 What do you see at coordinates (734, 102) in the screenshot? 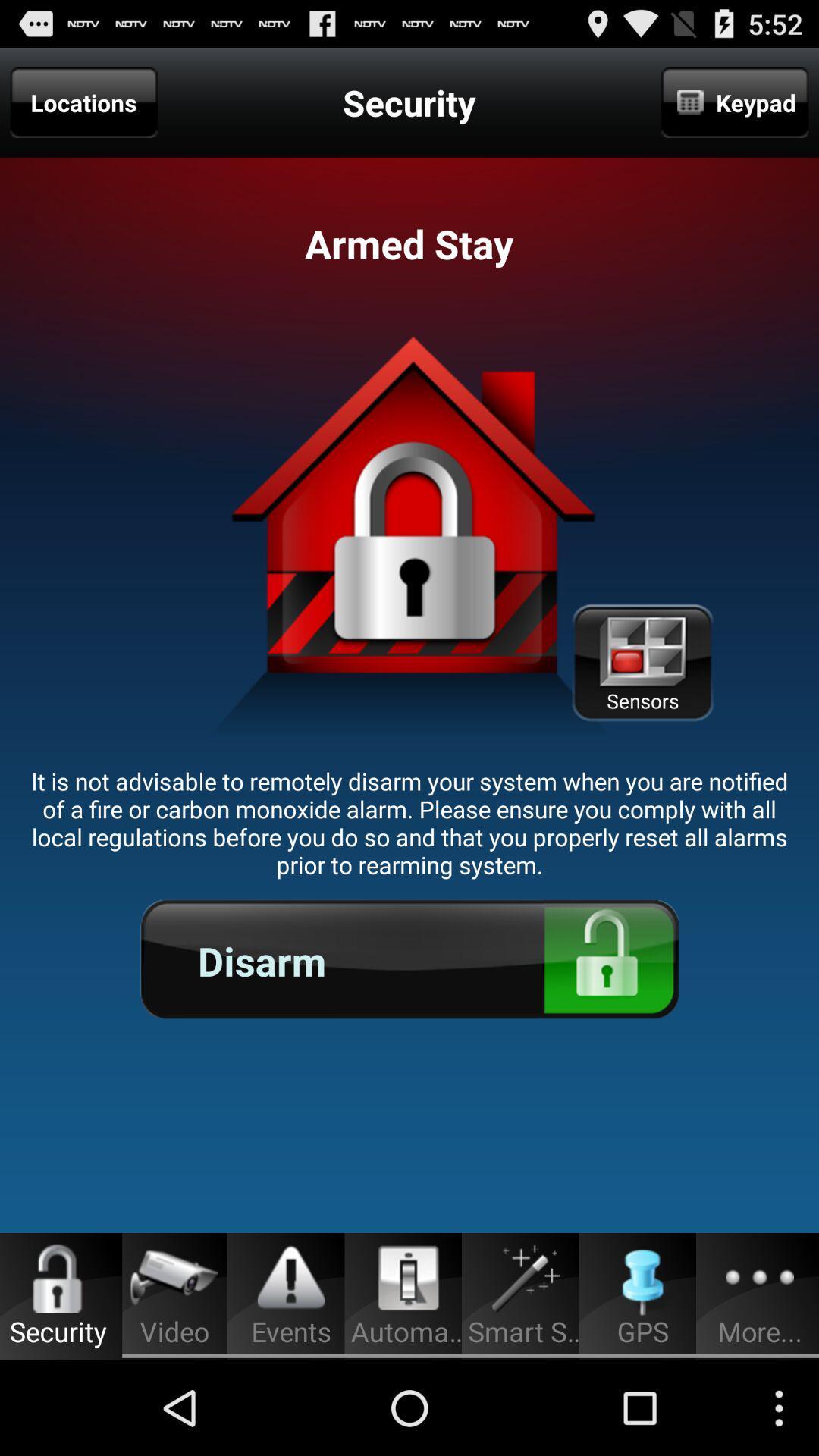
I see `the item to the right of the security` at bounding box center [734, 102].